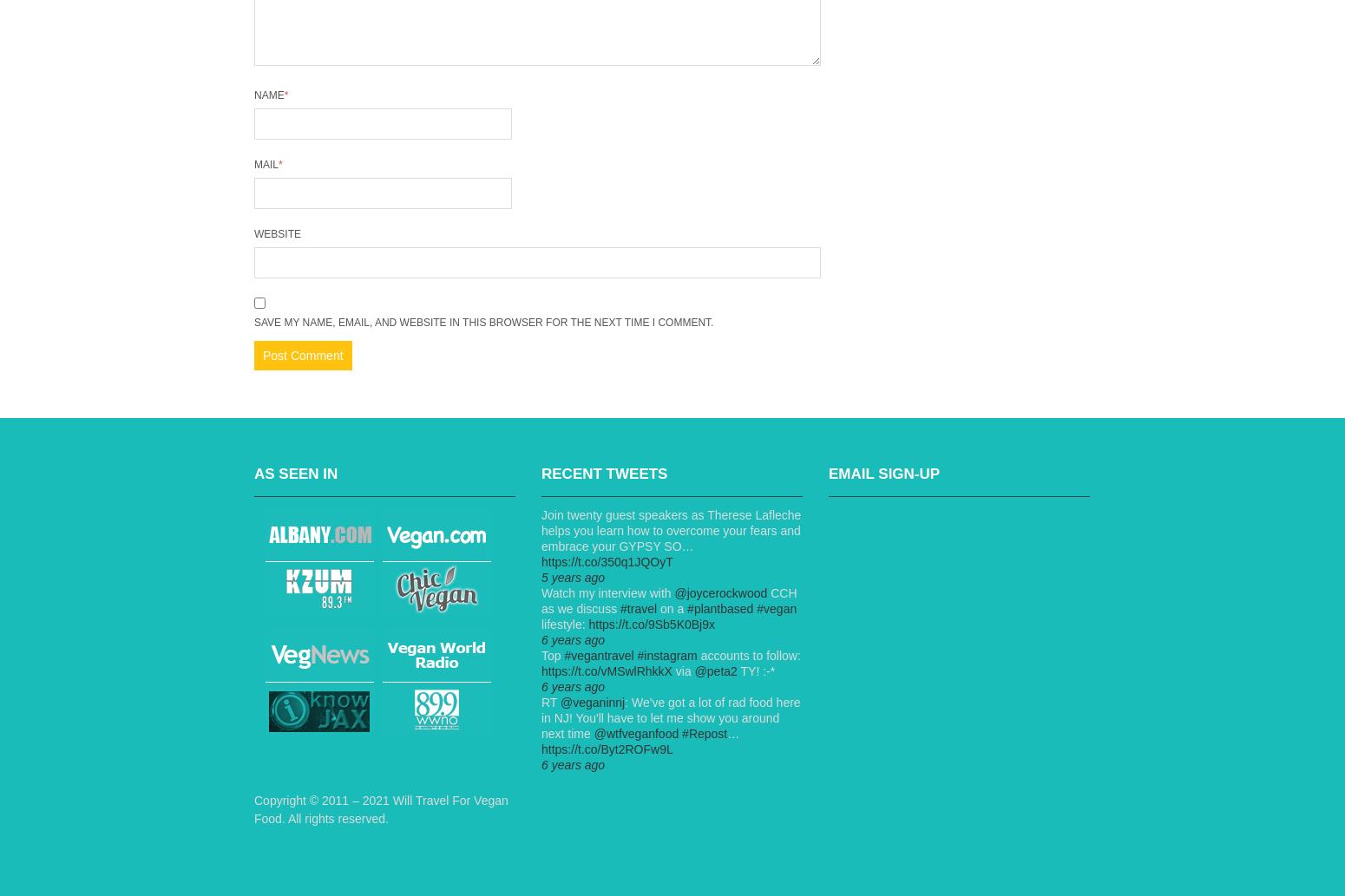  Describe the element at coordinates (681, 671) in the screenshot. I see `'via'` at that location.